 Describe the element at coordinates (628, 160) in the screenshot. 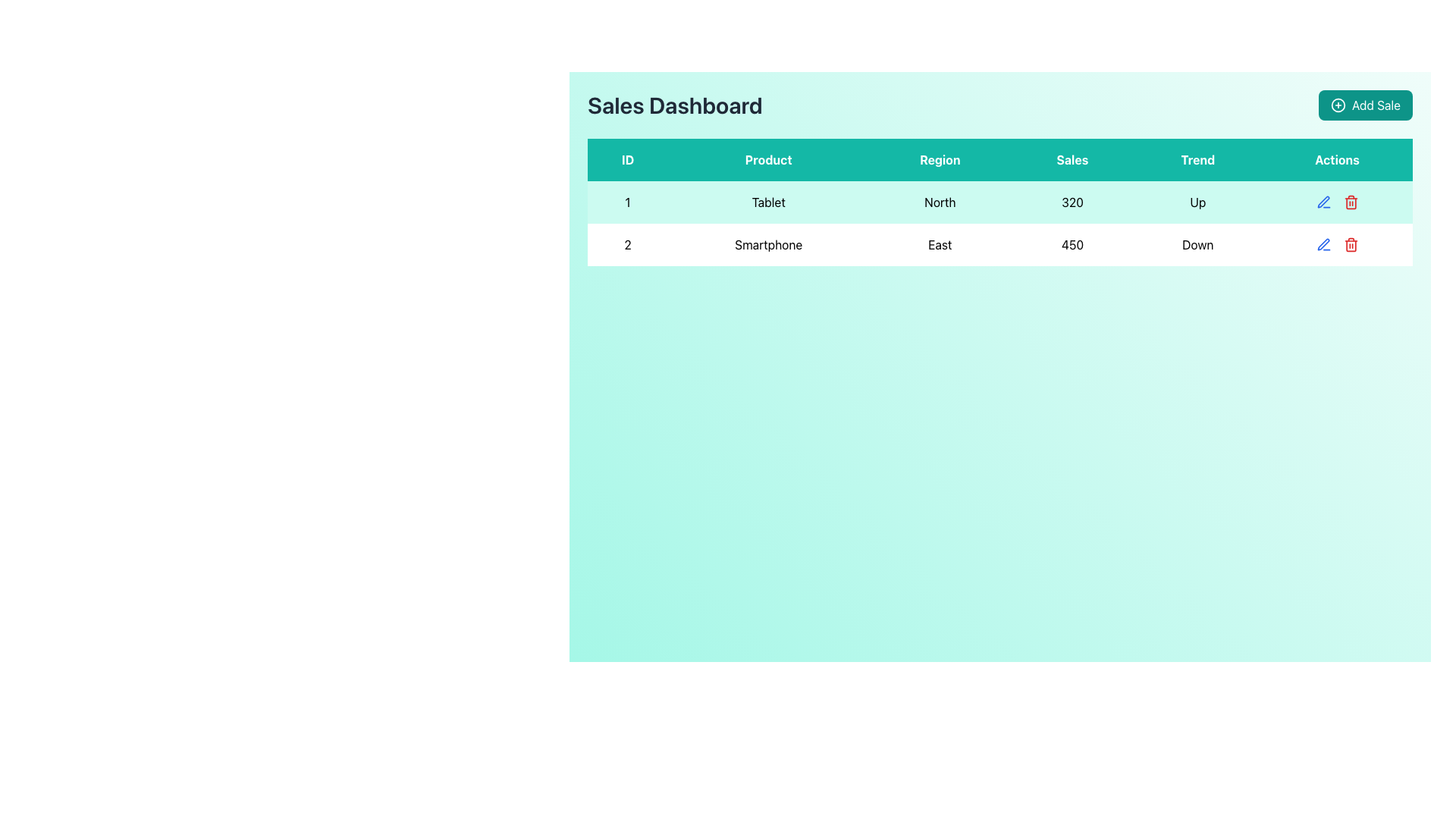

I see `the first Table Header Cell which identifies entries in the corresponding table, located at the top-left corner of the table header` at that location.